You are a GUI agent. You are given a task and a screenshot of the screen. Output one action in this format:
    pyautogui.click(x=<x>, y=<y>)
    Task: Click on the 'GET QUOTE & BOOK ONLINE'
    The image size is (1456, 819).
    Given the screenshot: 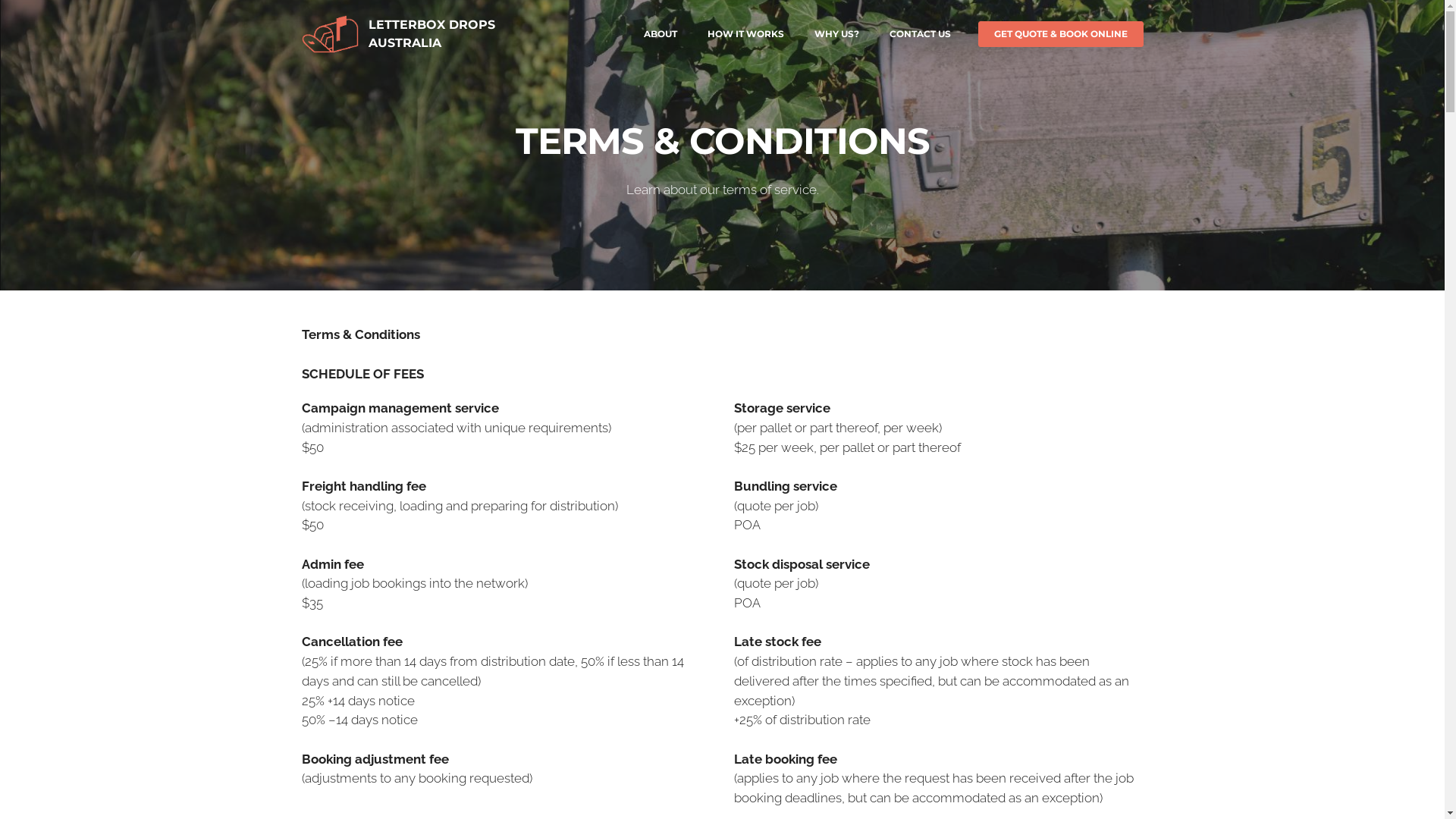 What is the action you would take?
    pyautogui.click(x=978, y=34)
    